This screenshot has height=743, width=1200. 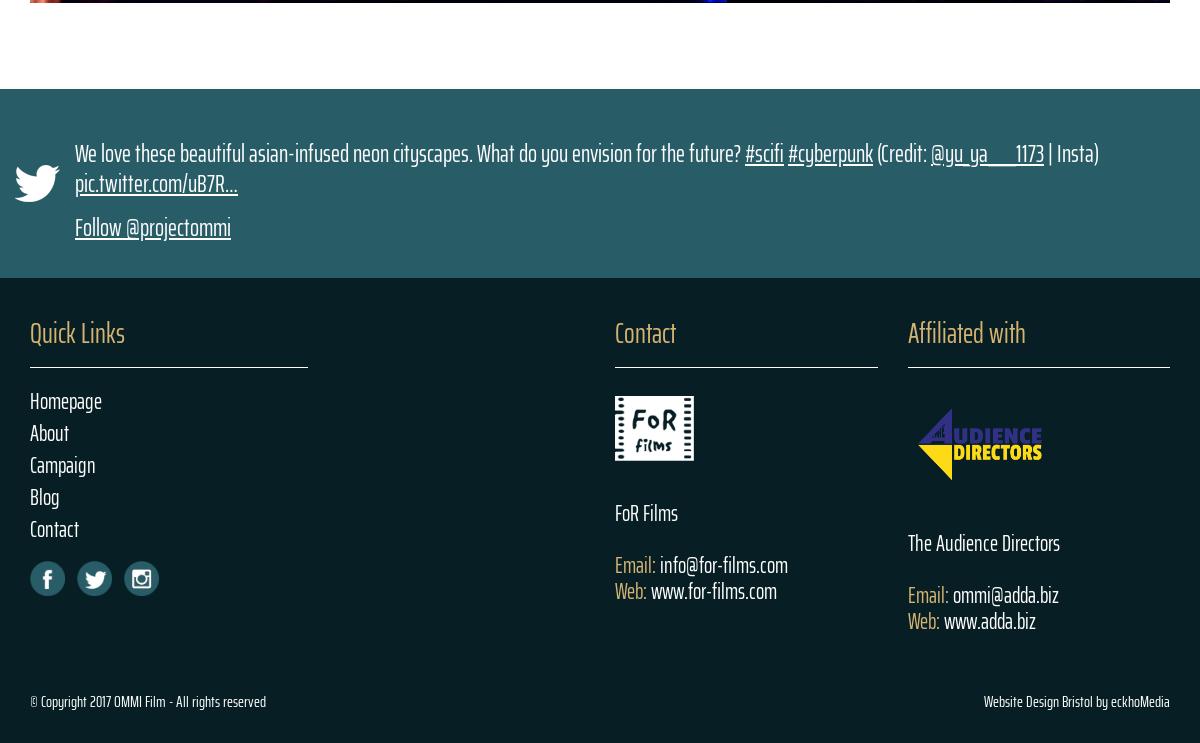 I want to click on 'ommi@adda.biz', so click(x=1005, y=594).